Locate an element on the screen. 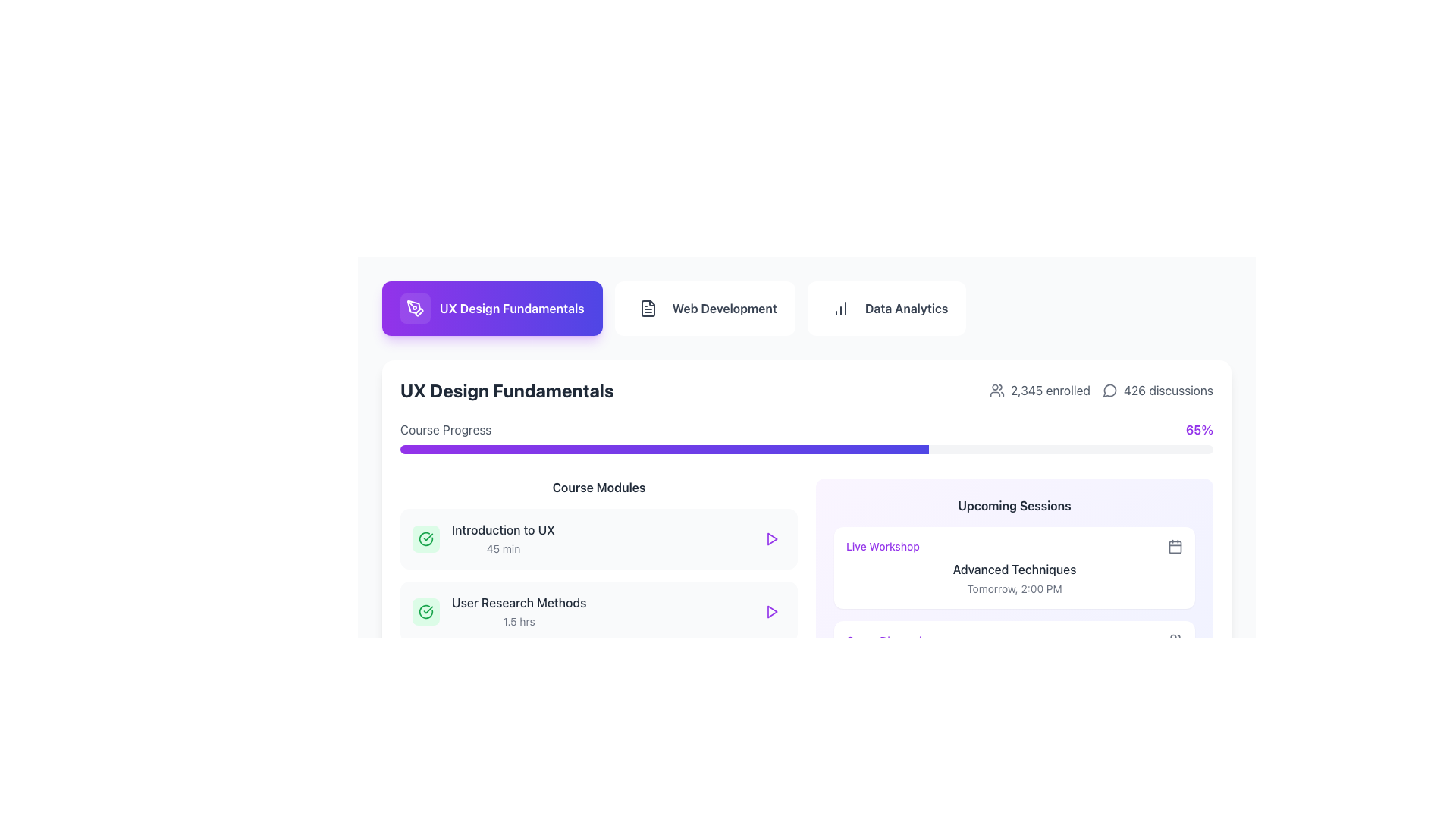 This screenshot has height=819, width=1456. the green checkmark icon within the 'User Research Methods' module card, which indicates a successful status is located at coordinates (425, 610).